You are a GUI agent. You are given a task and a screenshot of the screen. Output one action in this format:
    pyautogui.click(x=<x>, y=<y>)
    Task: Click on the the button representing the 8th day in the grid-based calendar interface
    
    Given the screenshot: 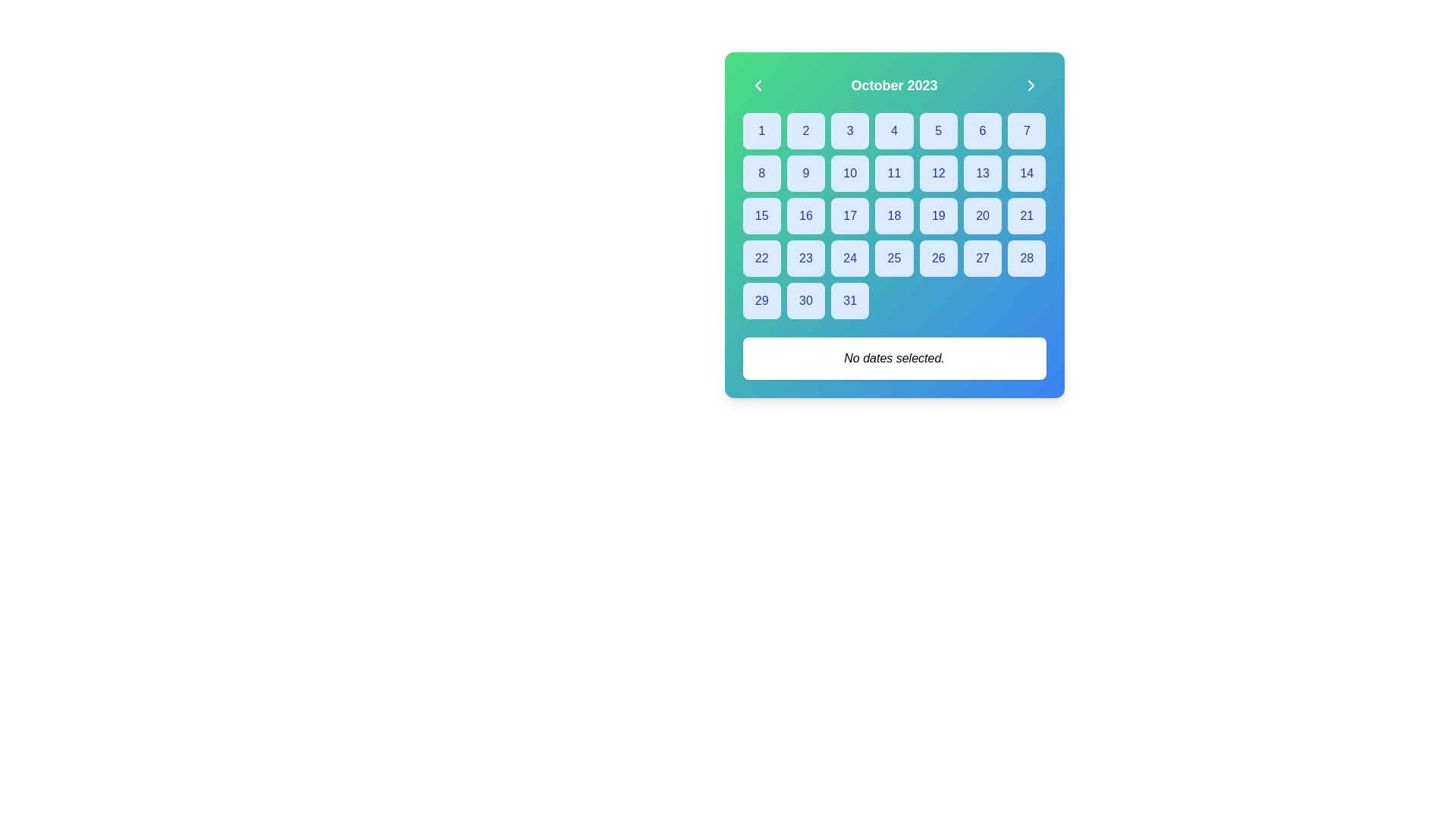 What is the action you would take?
    pyautogui.click(x=761, y=172)
    